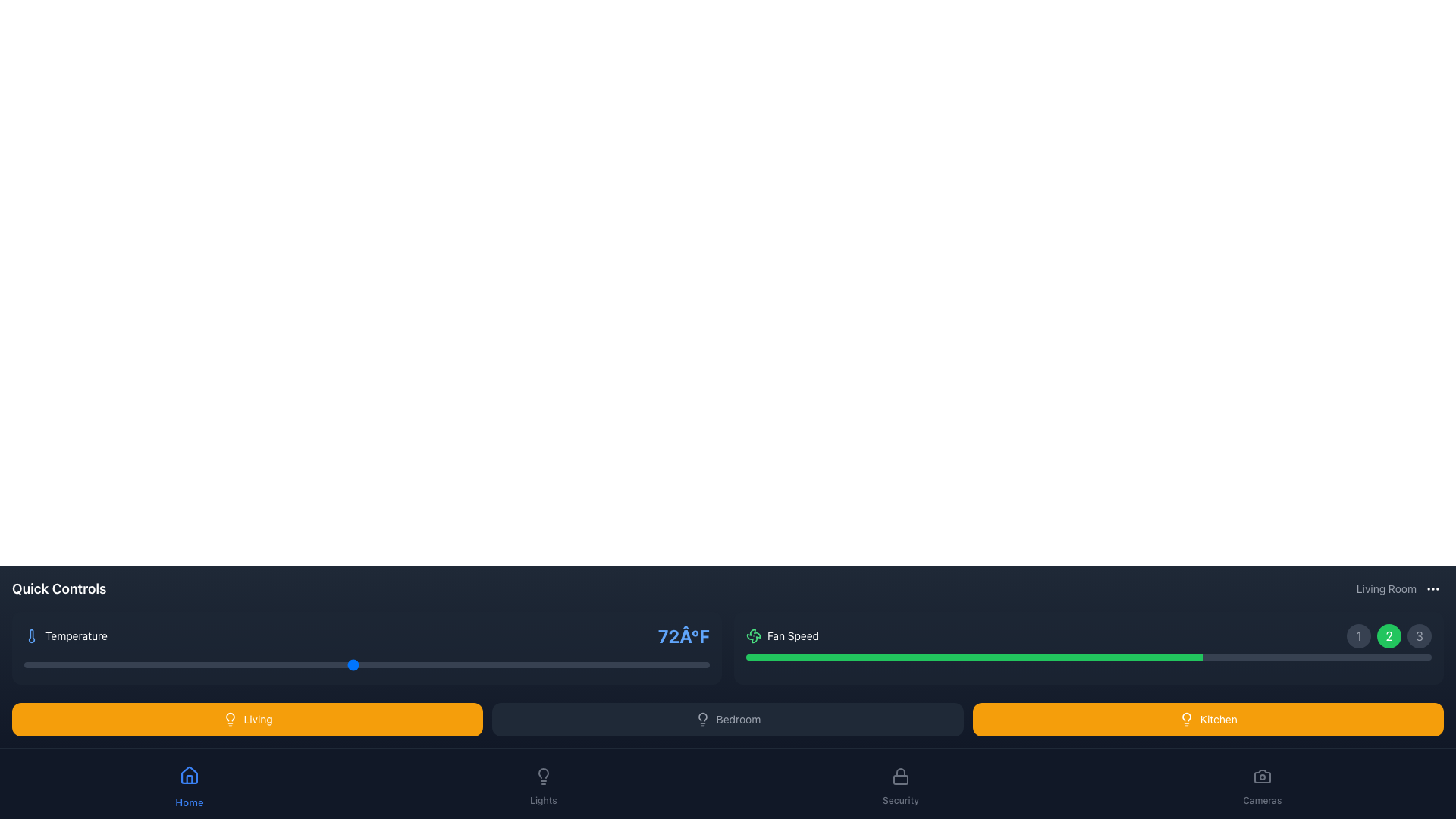 The width and height of the screenshot is (1456, 819). I want to click on the Control Panel element labeled 'Fan Speed' which includes selectable speed levels and a status indicator, so click(1087, 648).